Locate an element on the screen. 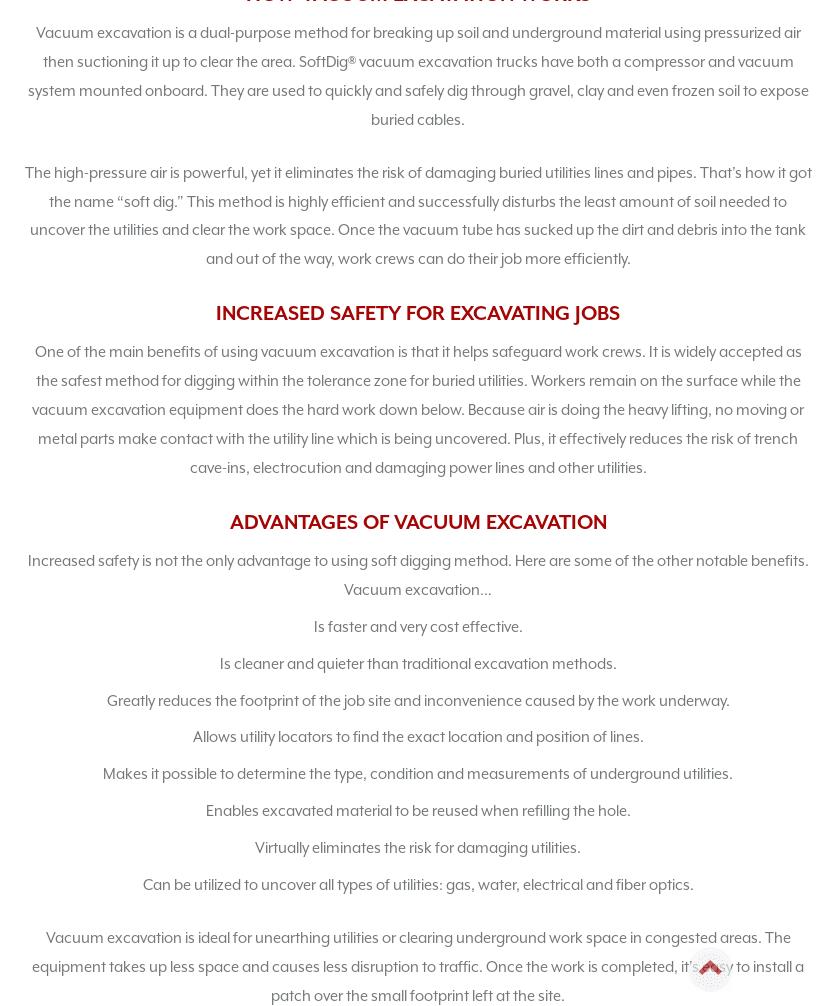  'One of the main benefits of using vacuum excavation is that it helps safeguard work crews. It is widely accepted as the safest method for digging within the tolerance zone for buried utilities. Workers remain on the surface while the vacuum excavation equipment does the hard work down below. Because air is doing the heavy lifting, no moving or metal parts make contact with the utility line which is being uncovered. Plus, it effectively reduces the risk of trench cave-ins, electrocution and damaging power lines and other utilities.' is located at coordinates (32, 408).